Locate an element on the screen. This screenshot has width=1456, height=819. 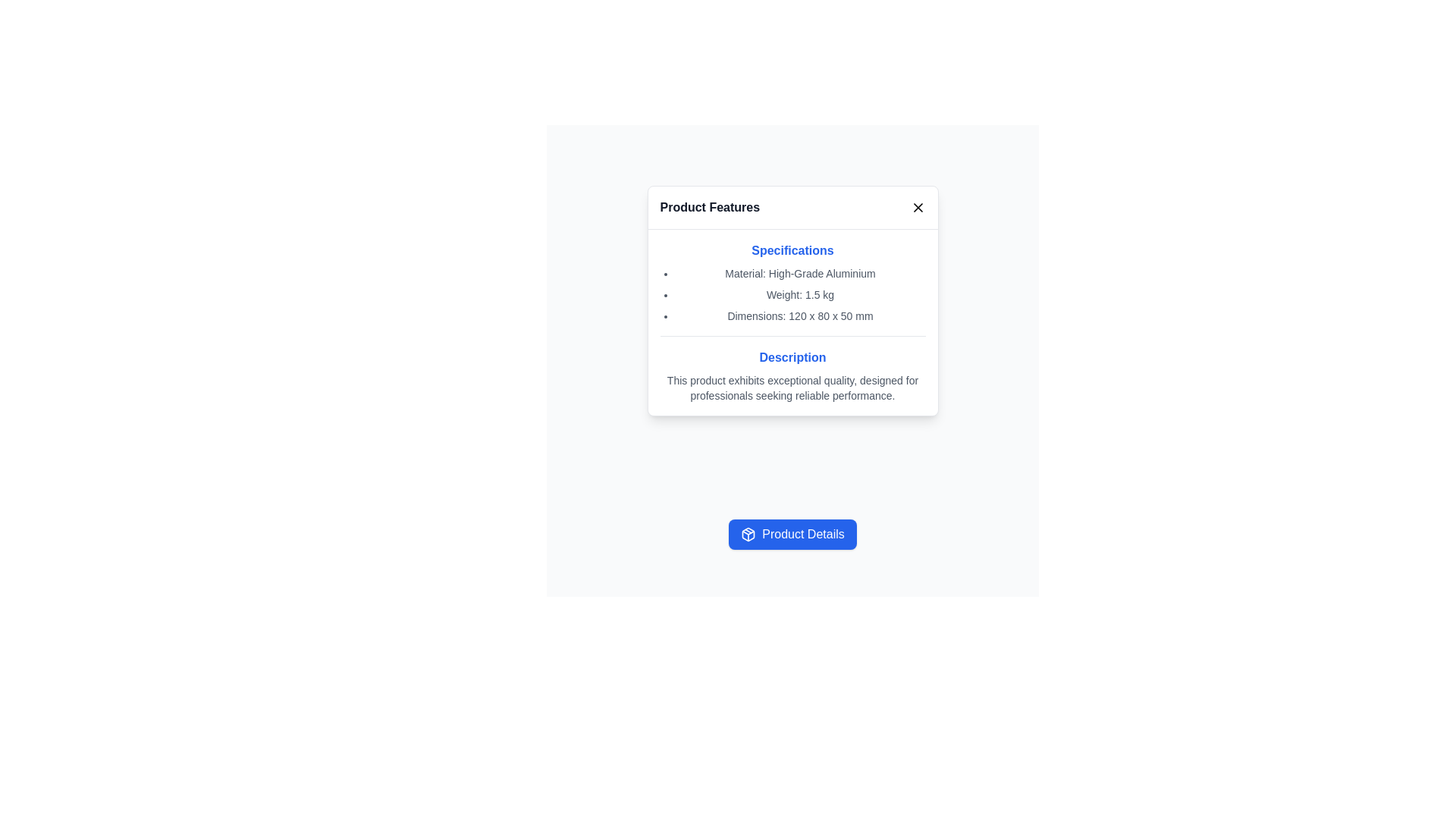
specifications and description from the structured informational panel titled 'Product Features' that presents detailed information about a product is located at coordinates (792, 322).